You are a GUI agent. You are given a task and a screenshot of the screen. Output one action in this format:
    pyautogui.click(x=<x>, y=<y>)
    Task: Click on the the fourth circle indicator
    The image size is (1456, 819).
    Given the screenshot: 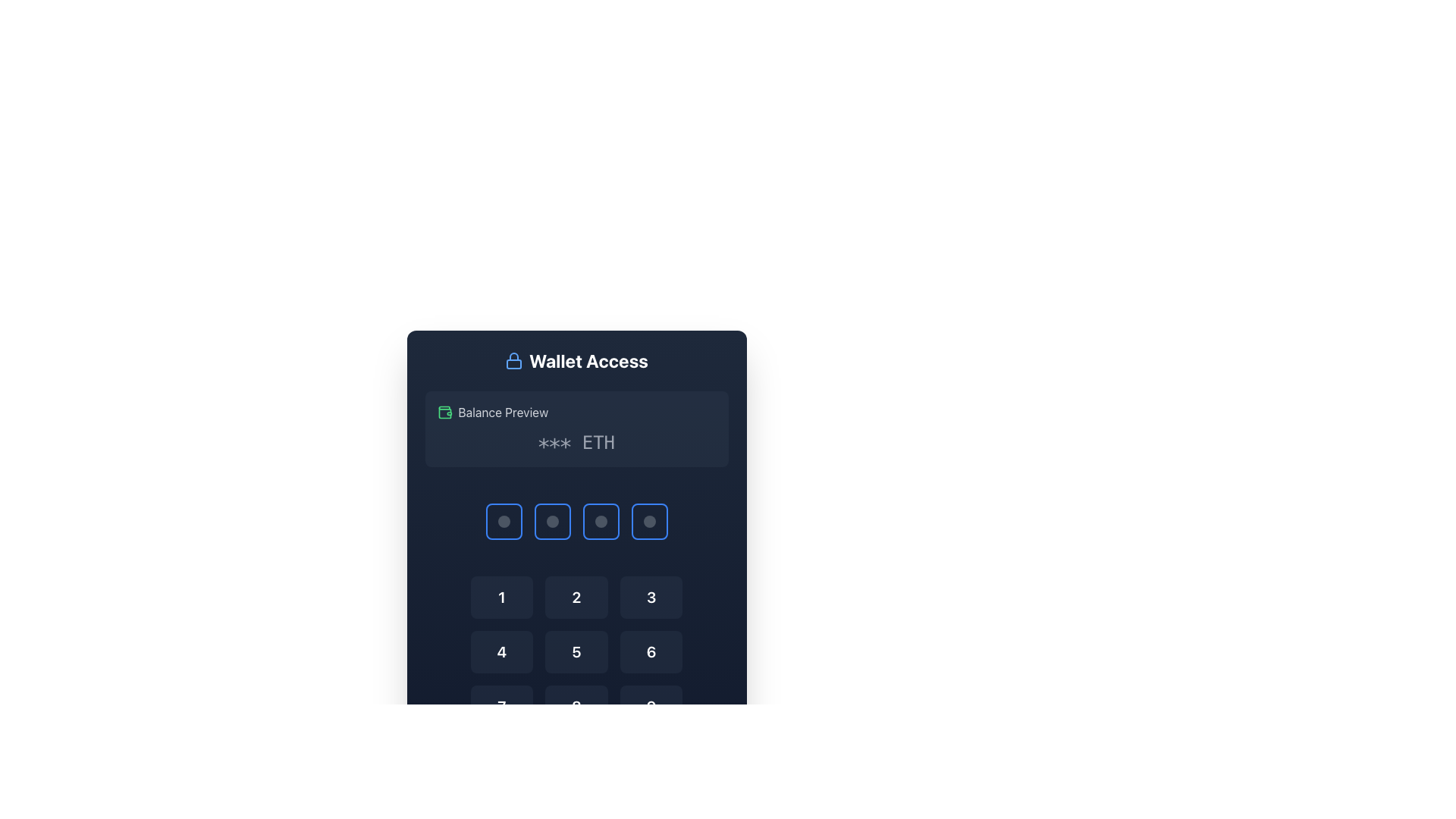 What is the action you would take?
    pyautogui.click(x=600, y=520)
    